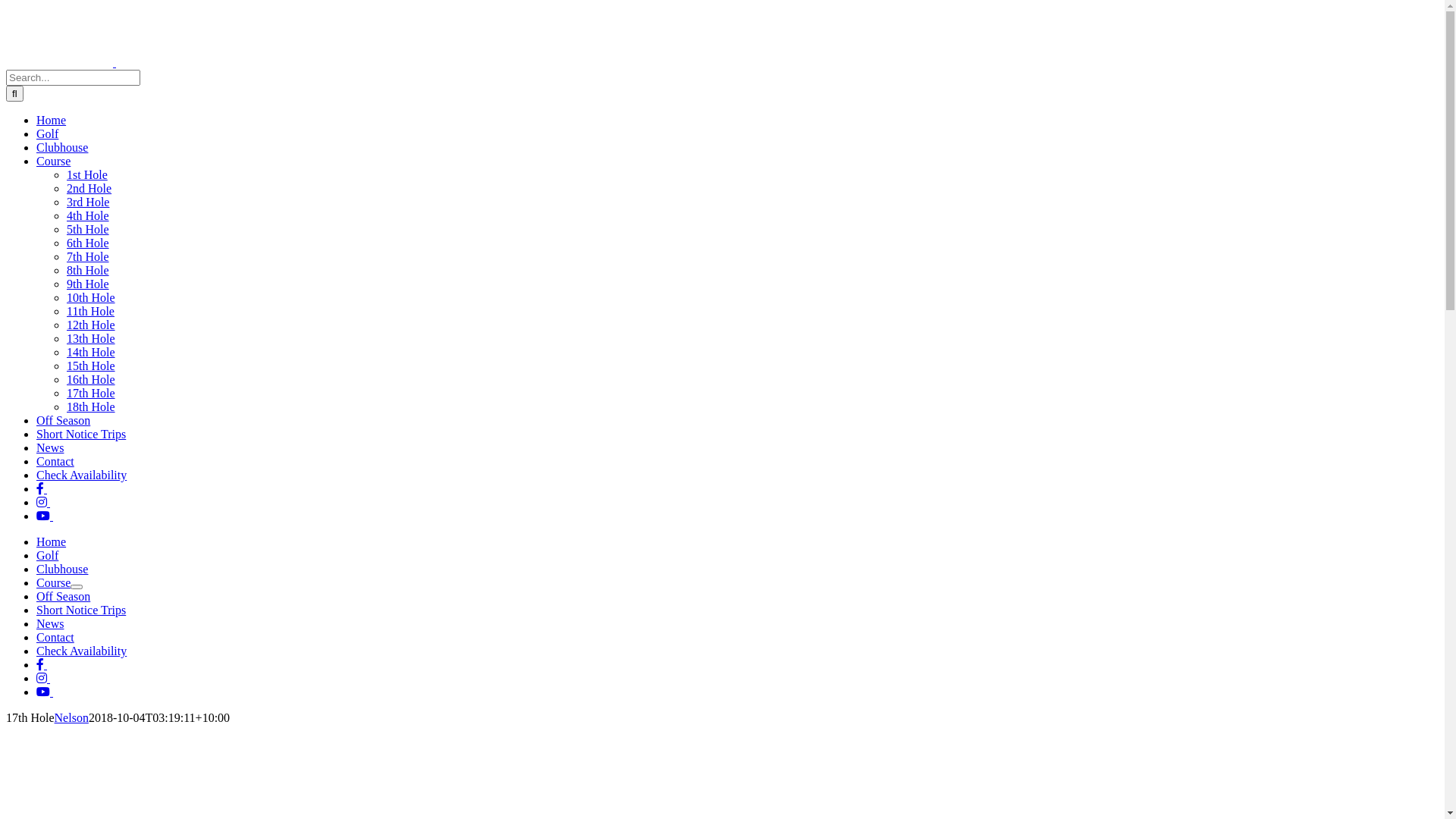 The image size is (1456, 819). What do you see at coordinates (41, 488) in the screenshot?
I see `'Facebook'` at bounding box center [41, 488].